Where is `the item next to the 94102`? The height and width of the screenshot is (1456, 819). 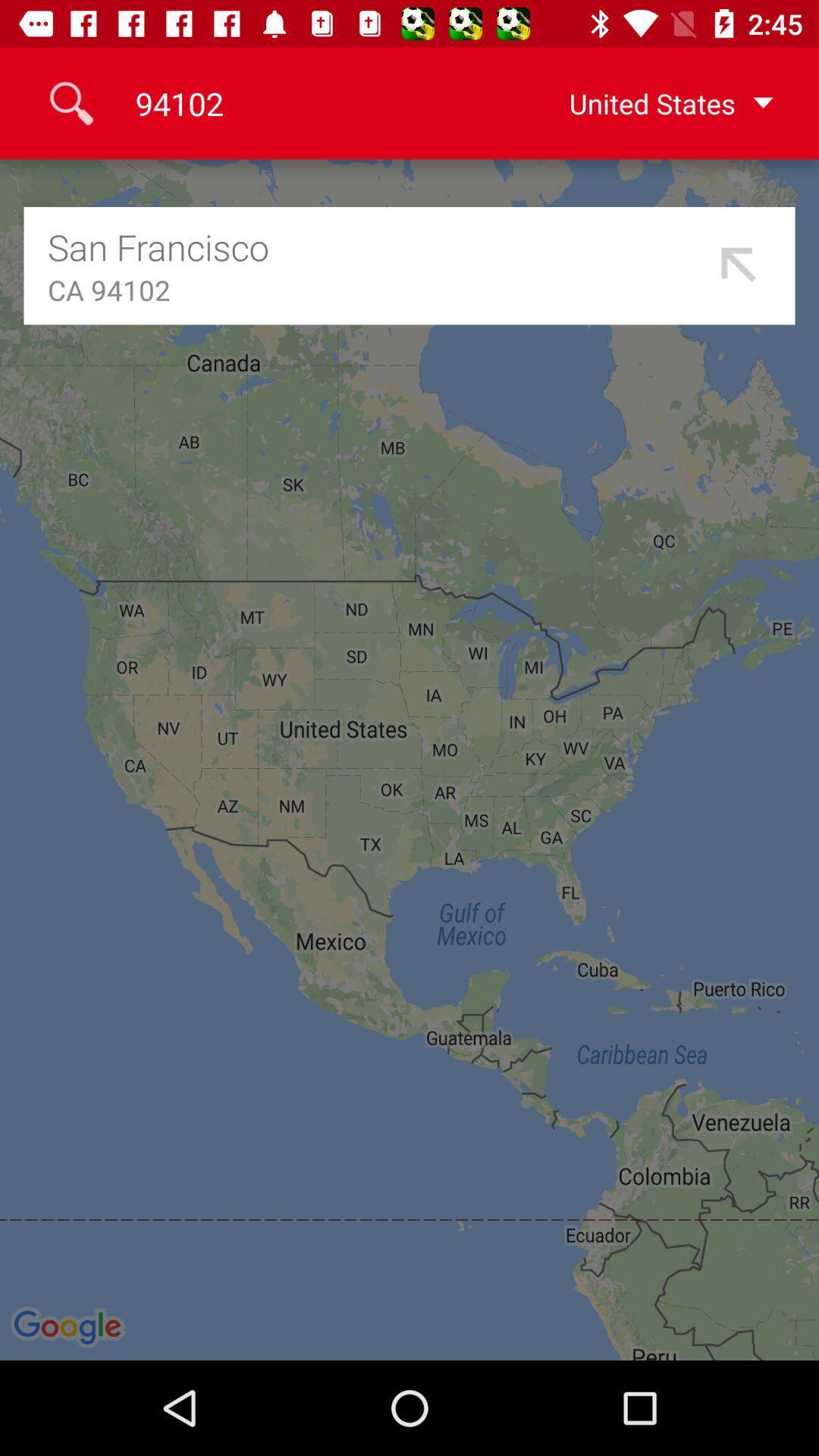 the item next to the 94102 is located at coordinates (647, 102).